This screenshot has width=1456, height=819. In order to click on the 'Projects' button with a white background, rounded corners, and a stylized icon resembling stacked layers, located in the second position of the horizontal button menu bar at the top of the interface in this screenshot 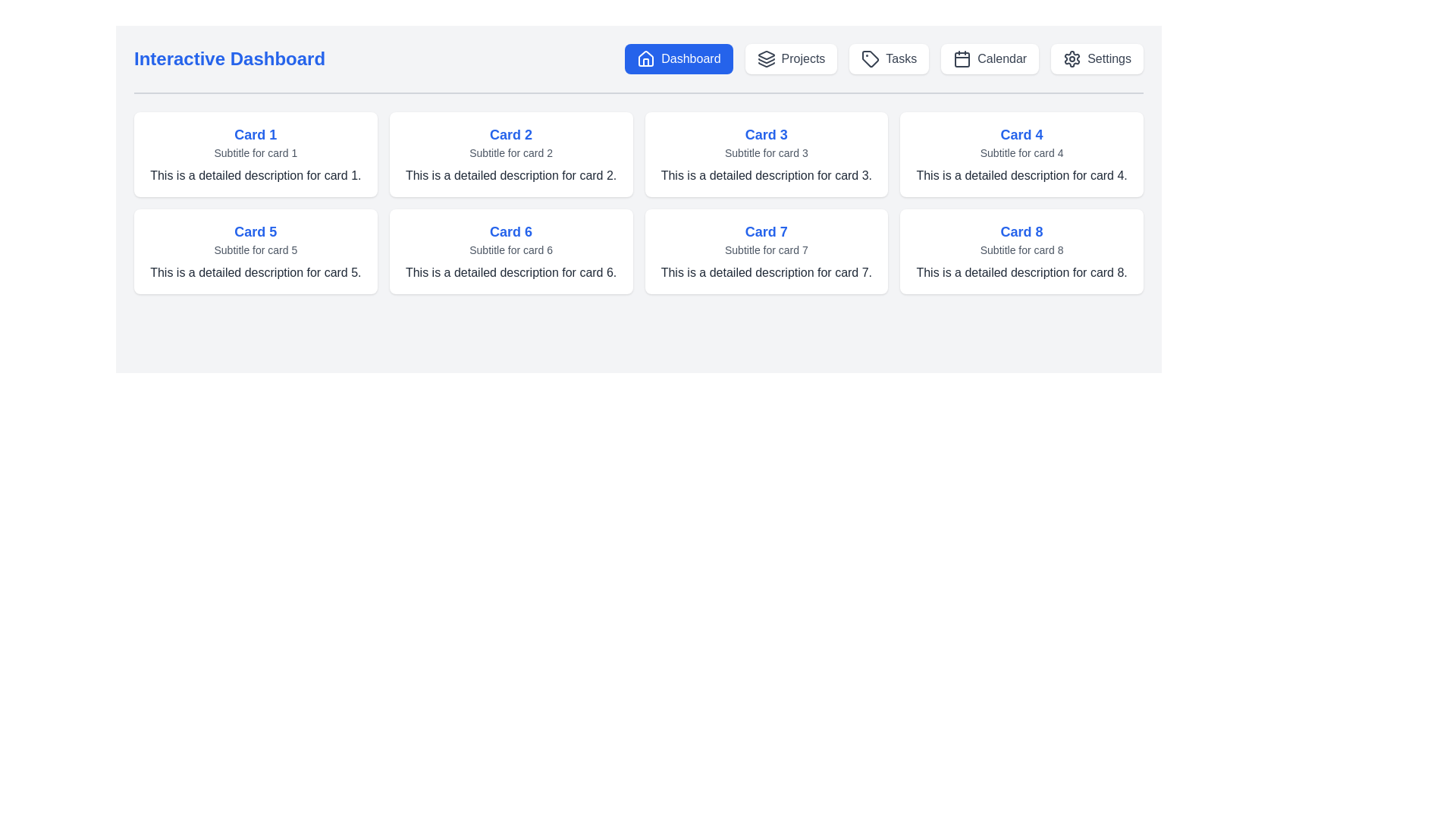, I will do `click(790, 58)`.